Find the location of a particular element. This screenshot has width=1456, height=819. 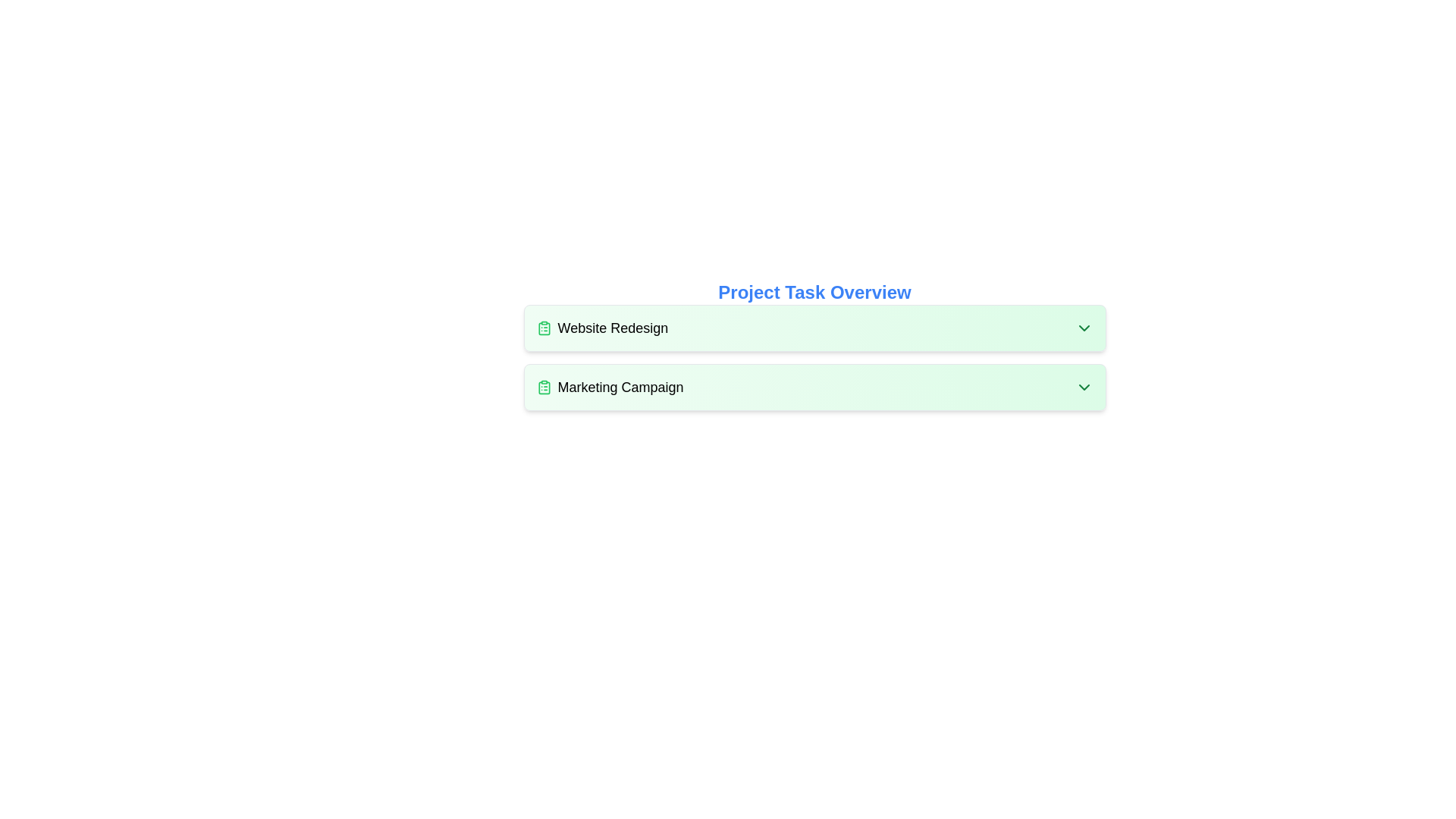

the green clipboard icon that represents a list, located to the left of the text 'Marketing Campaign' is located at coordinates (544, 386).